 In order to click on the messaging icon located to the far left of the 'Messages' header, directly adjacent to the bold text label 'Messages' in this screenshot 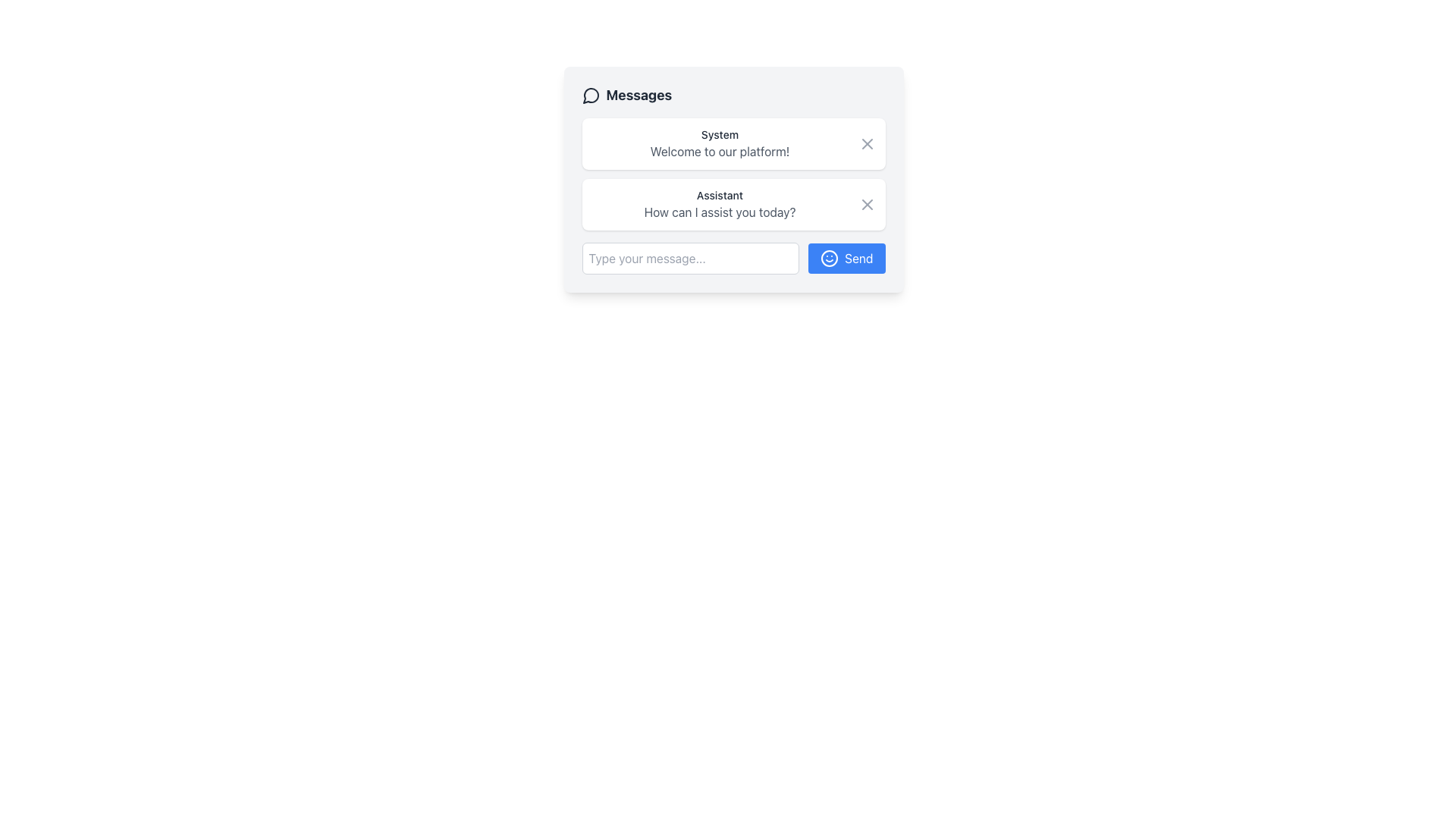, I will do `click(590, 96)`.